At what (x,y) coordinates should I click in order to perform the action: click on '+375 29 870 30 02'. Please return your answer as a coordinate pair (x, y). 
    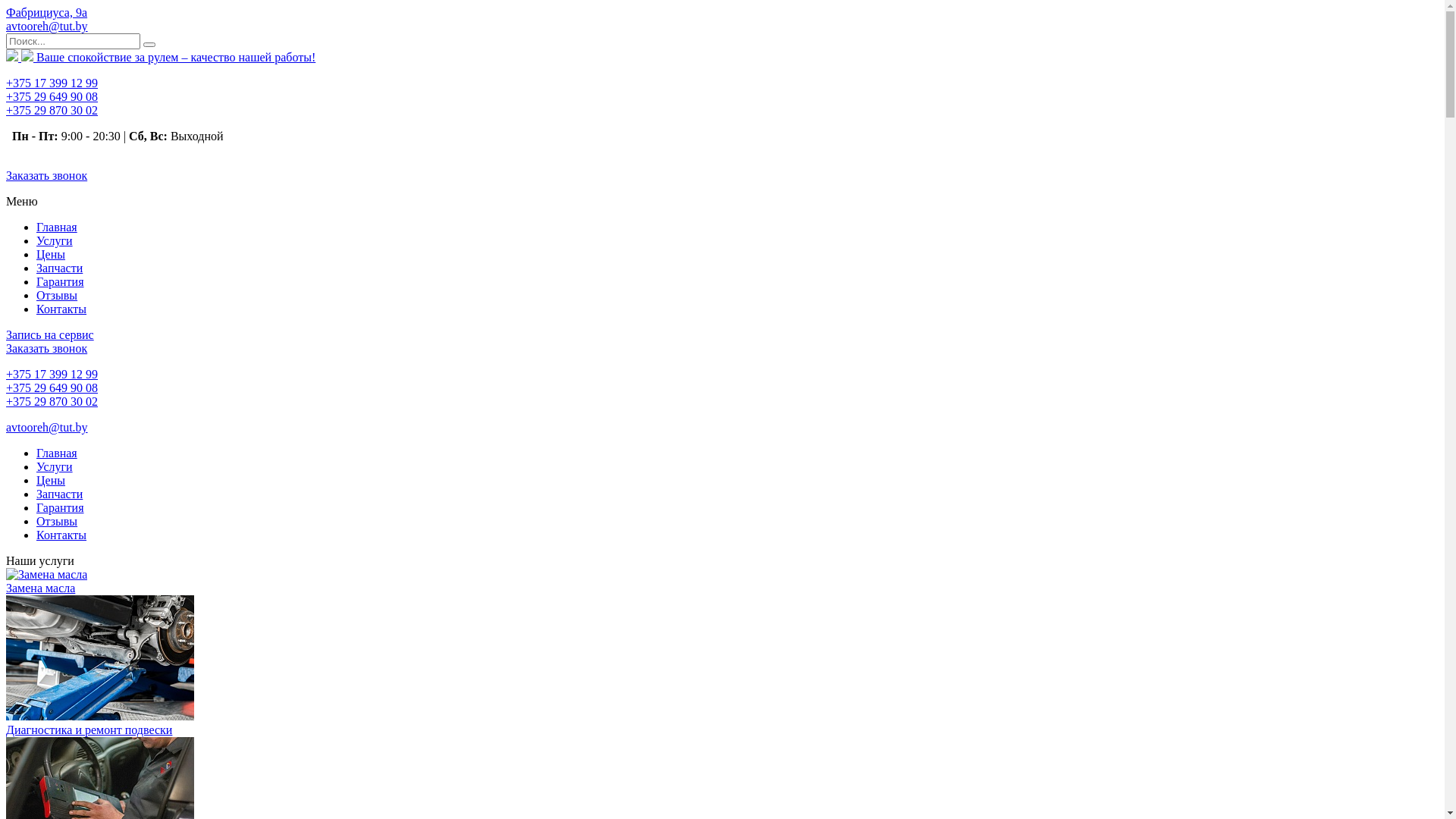
    Looking at the image, I should click on (52, 400).